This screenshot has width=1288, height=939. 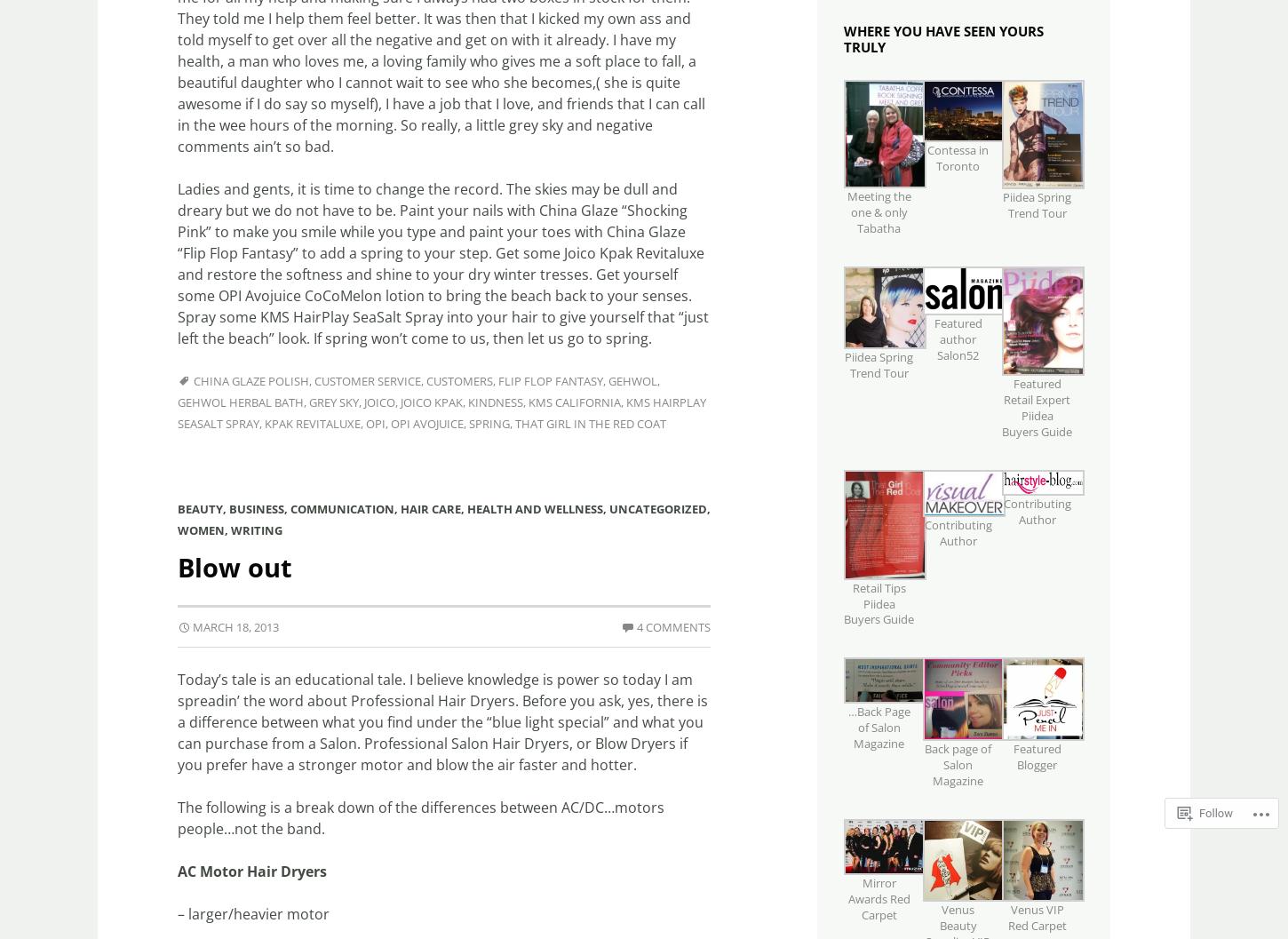 I want to click on 'Featured Retail Expert Piidea Buyers Guide', so click(x=1036, y=407).